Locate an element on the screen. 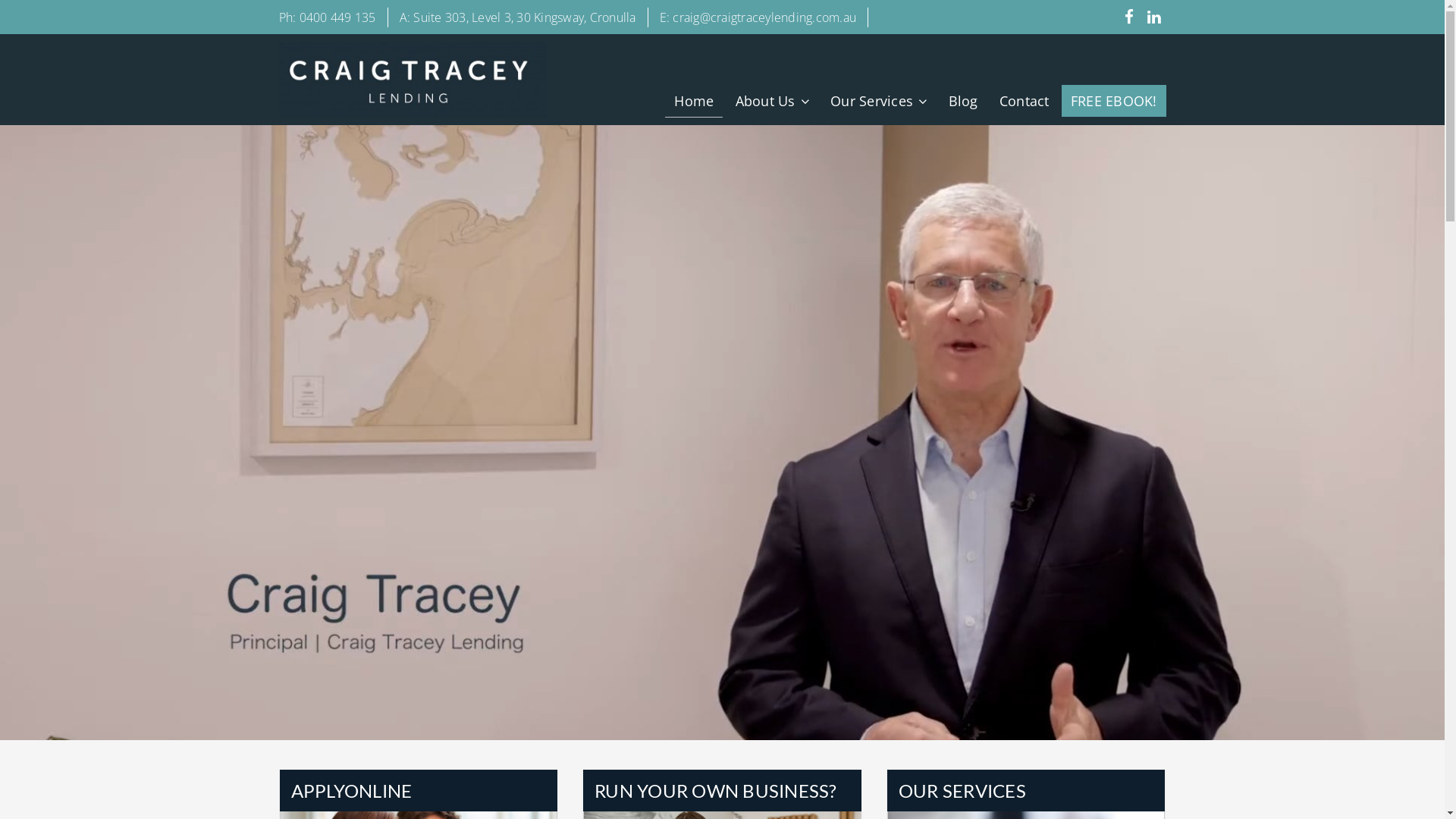  'Contact' is located at coordinates (990, 100).